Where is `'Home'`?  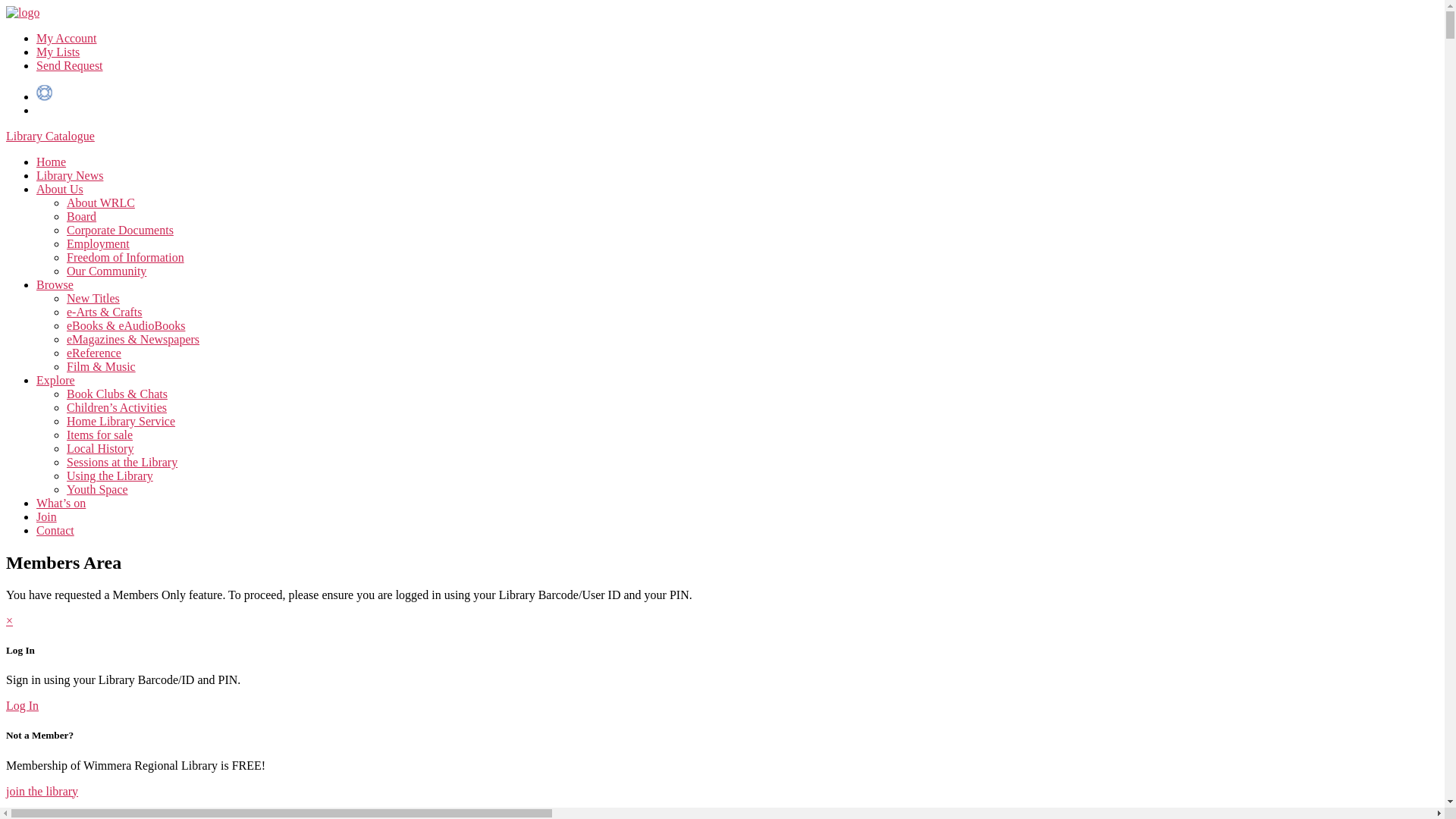
'Home' is located at coordinates (51, 162).